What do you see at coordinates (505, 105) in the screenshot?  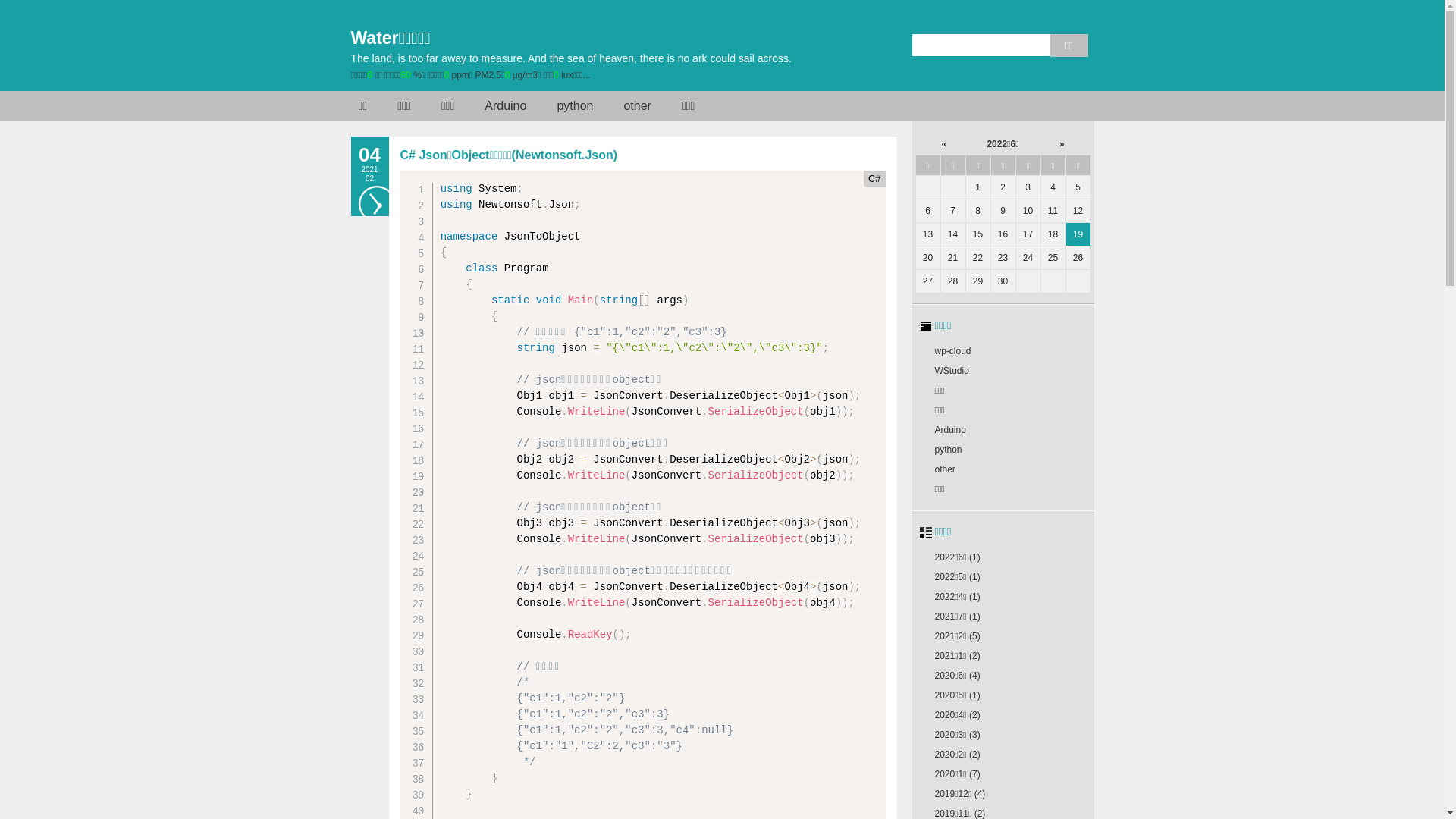 I see `'Arduino'` at bounding box center [505, 105].